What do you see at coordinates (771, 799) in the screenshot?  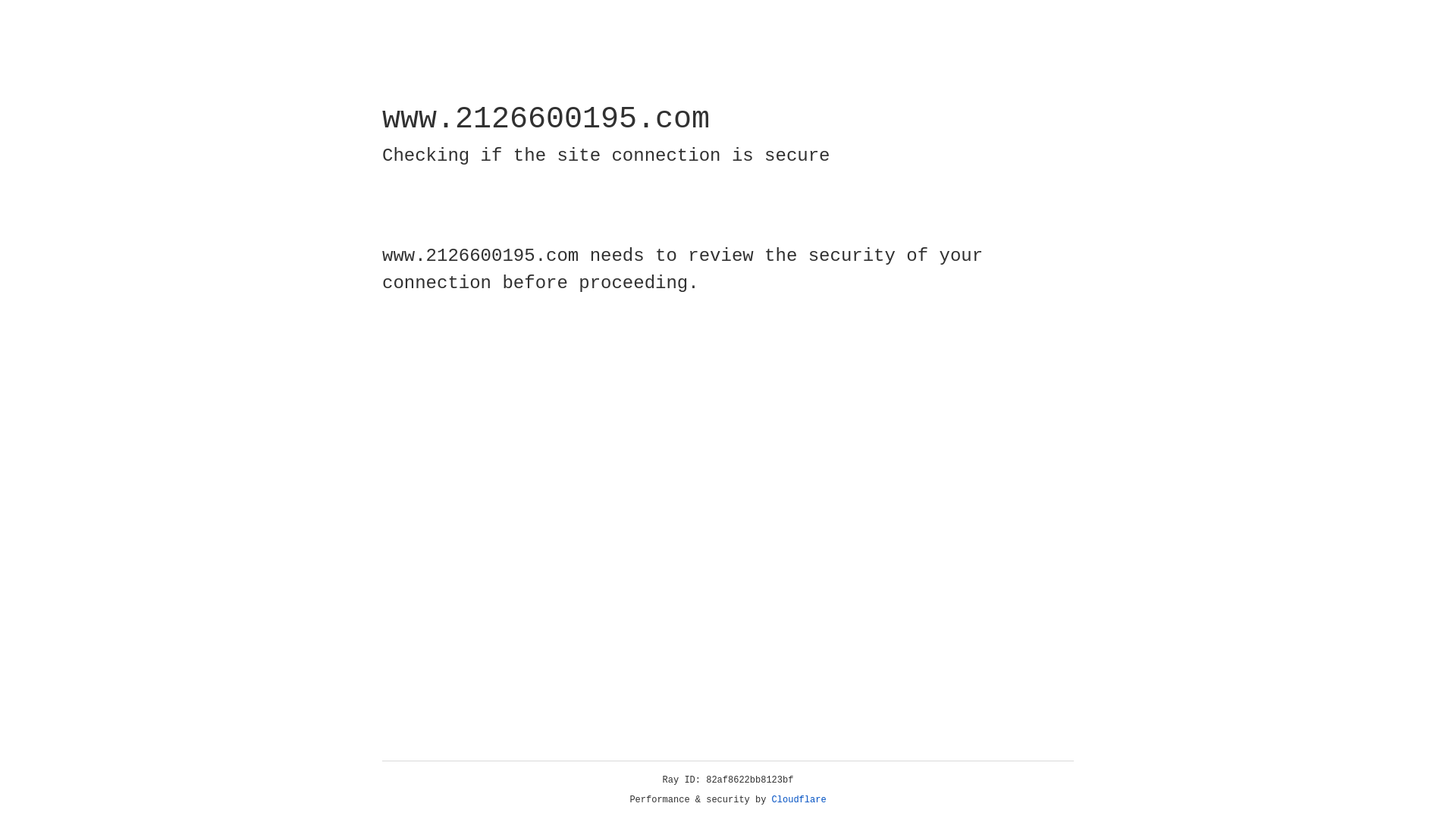 I see `'Cloudflare'` at bounding box center [771, 799].